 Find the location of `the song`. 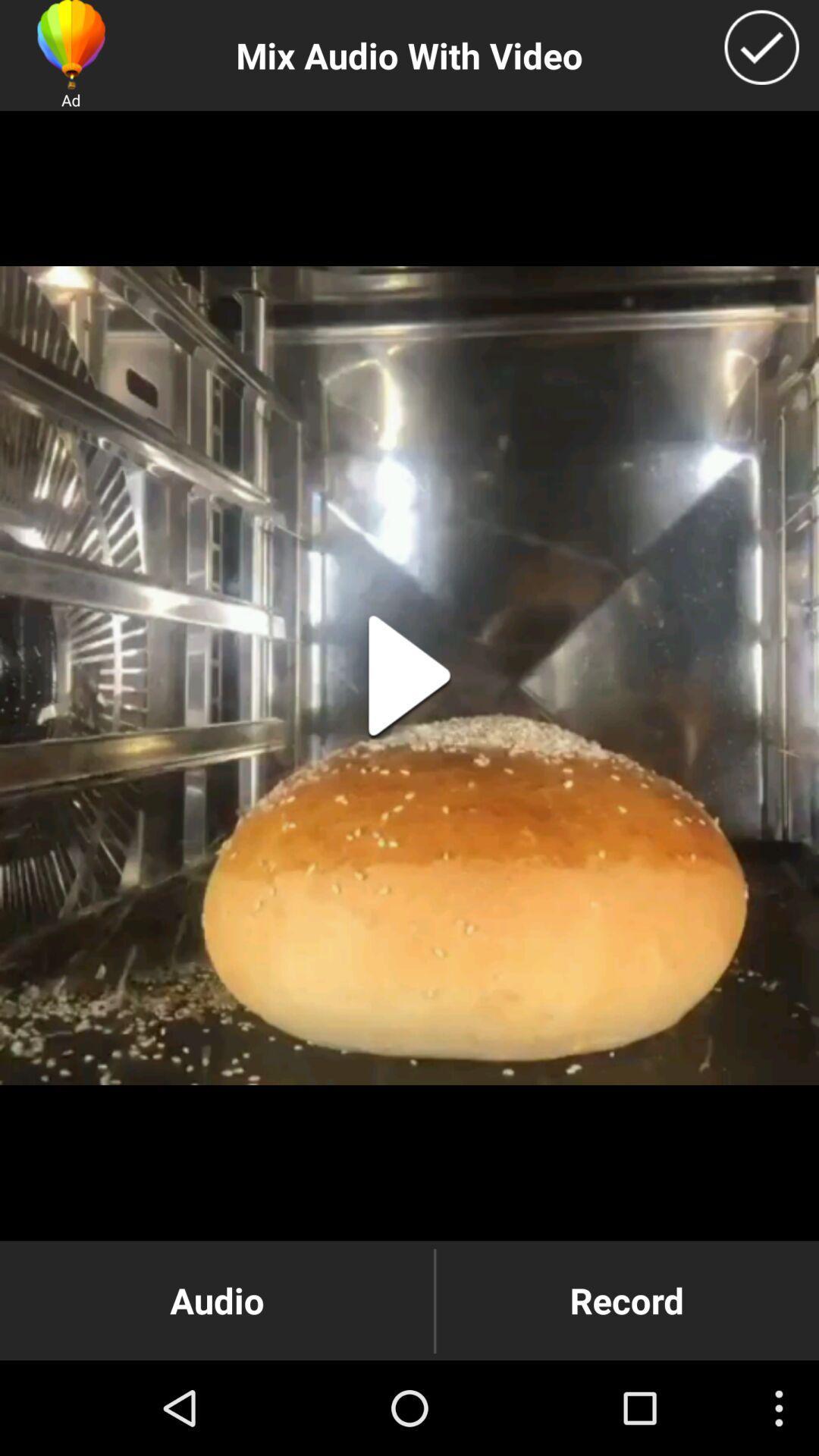

the song is located at coordinates (409, 675).